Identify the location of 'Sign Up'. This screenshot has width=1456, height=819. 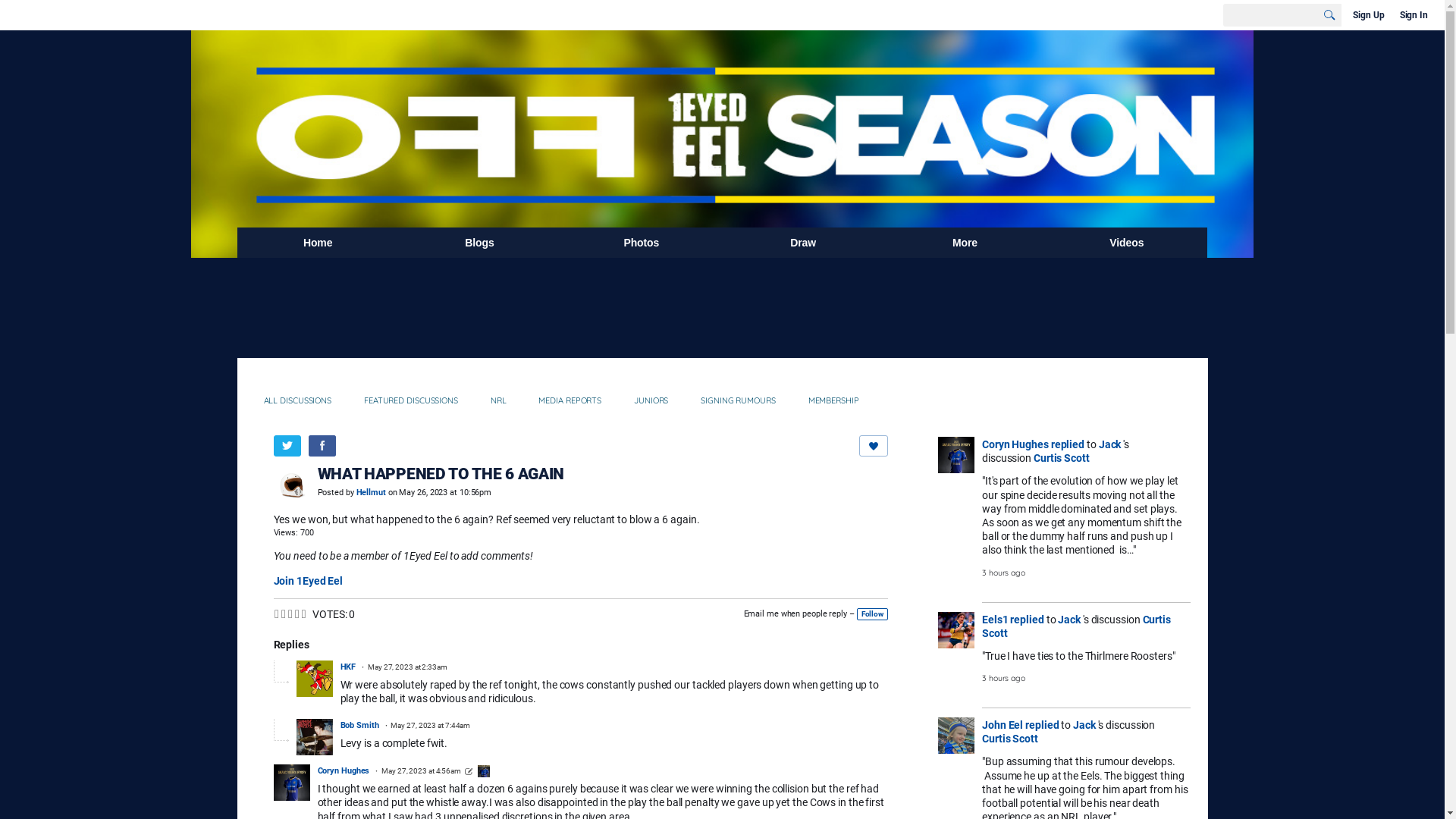
(1349, 14).